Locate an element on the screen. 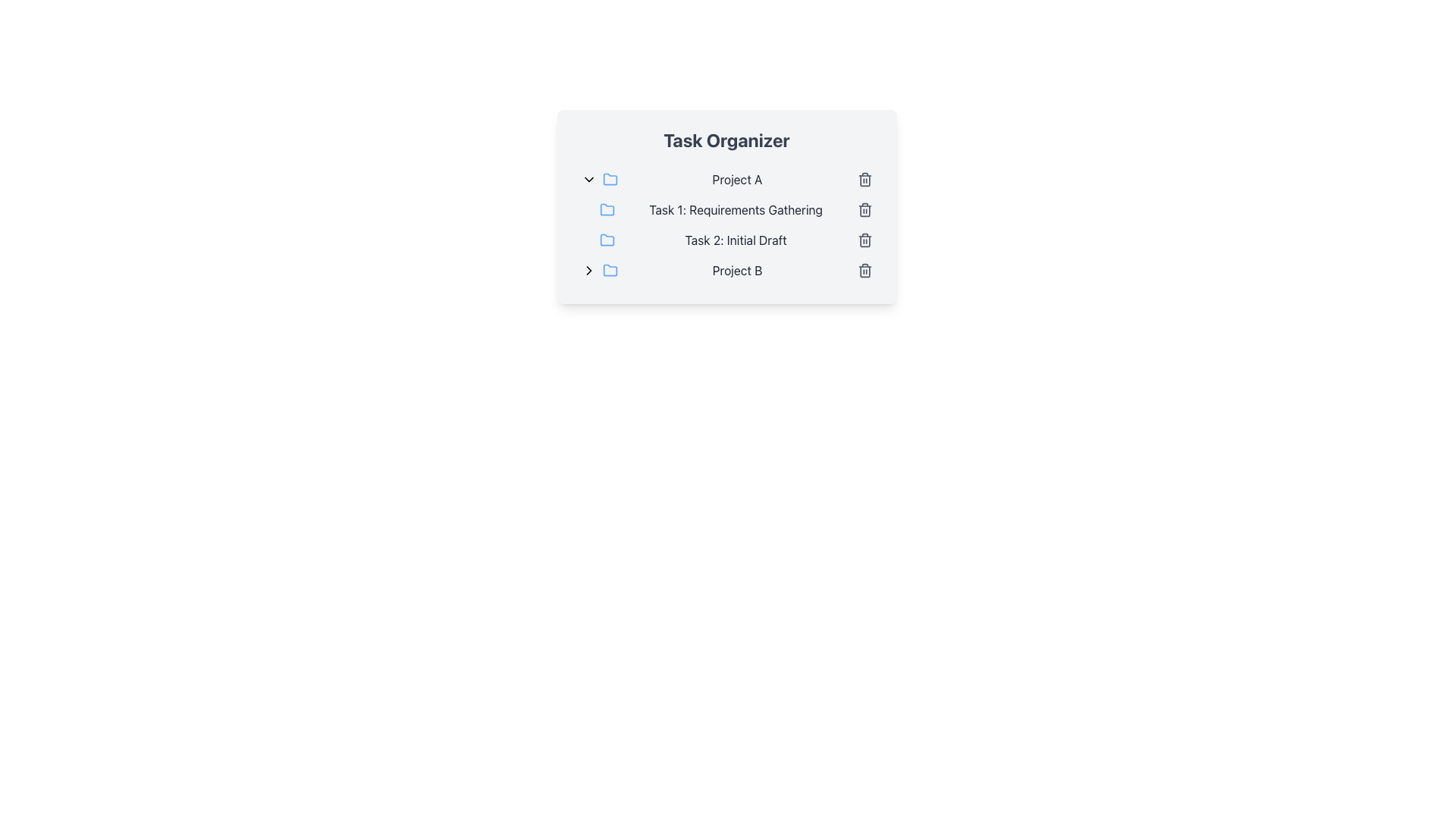 The image size is (1456, 819). the blue folder icon with rounded corners next to the text 'Project B' to interact with it, as it is a clickable element is located at coordinates (610, 269).